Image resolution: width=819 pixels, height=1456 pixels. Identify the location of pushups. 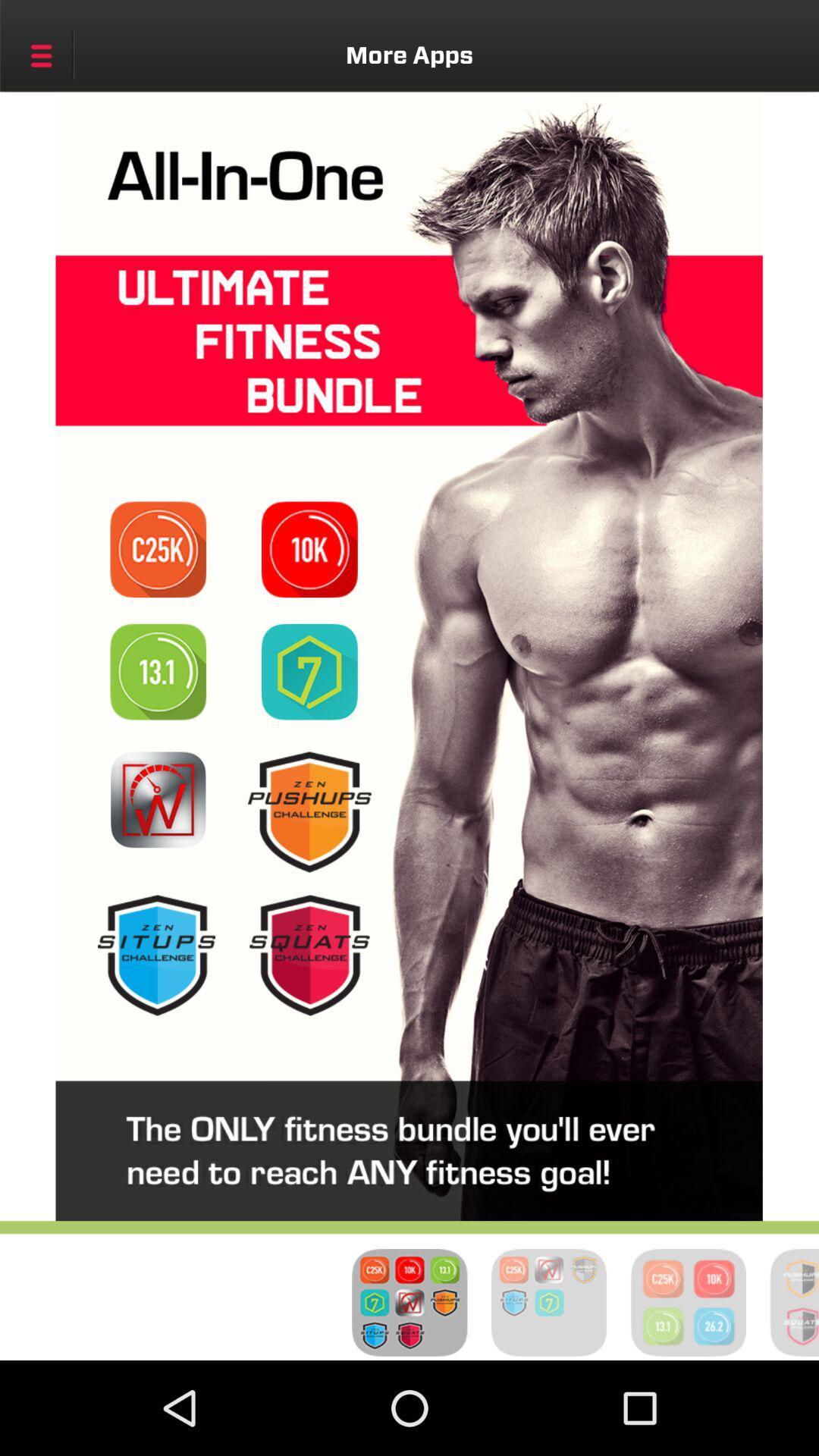
(309, 811).